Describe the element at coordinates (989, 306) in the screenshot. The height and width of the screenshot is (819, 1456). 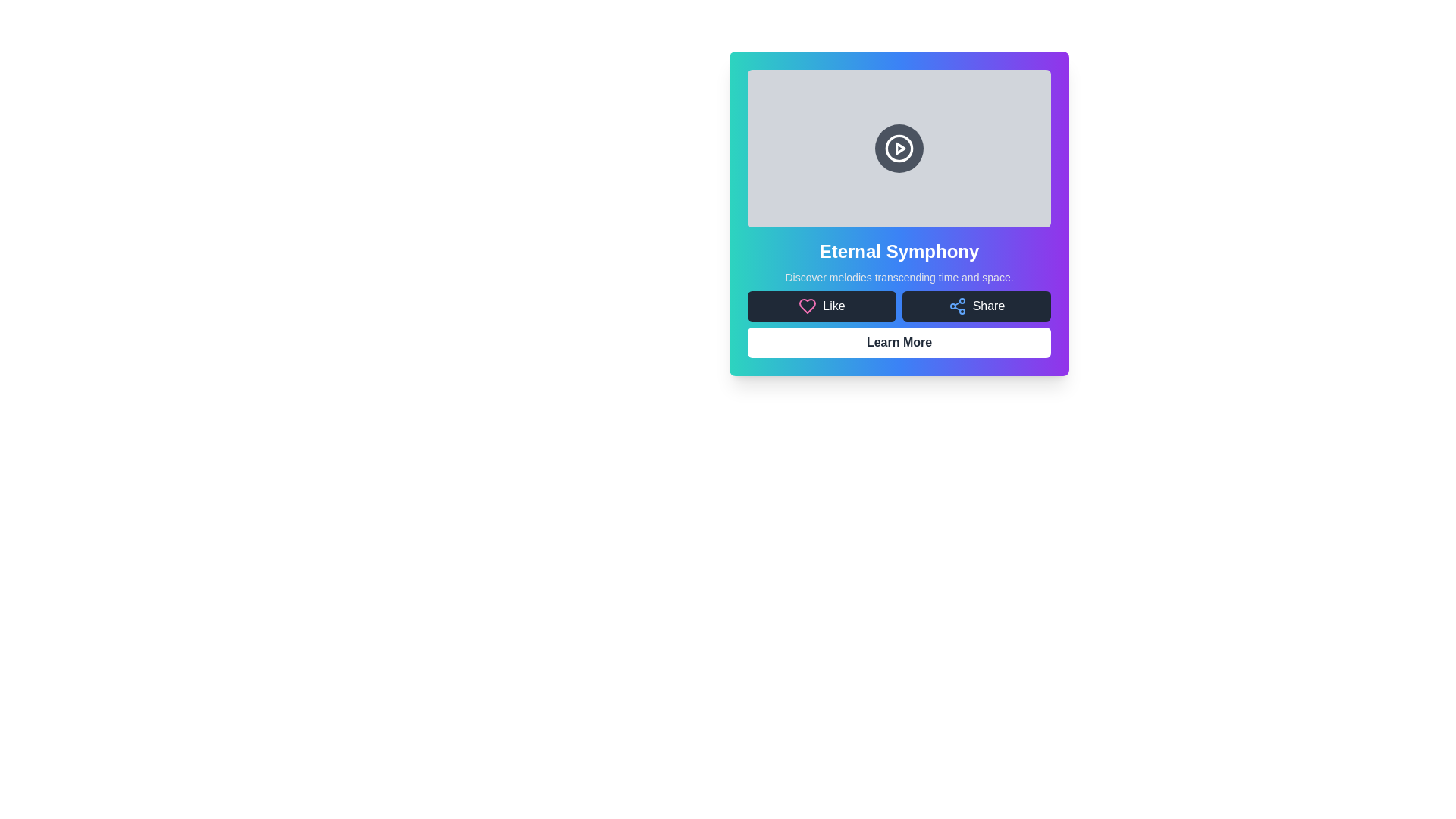
I see `the label within the share button, which indicates that clicking this button will allow the user to share content` at that location.